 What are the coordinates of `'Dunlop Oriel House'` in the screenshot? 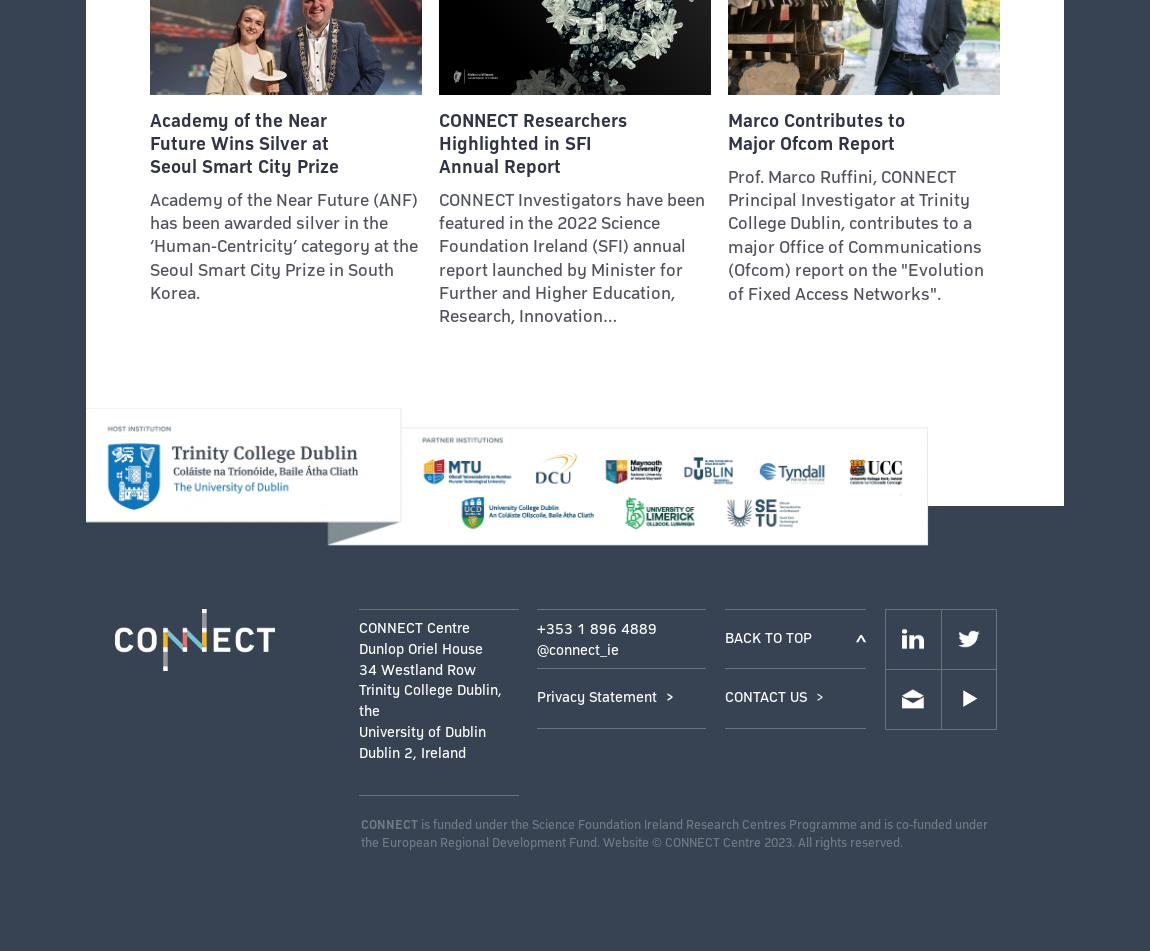 It's located at (421, 647).